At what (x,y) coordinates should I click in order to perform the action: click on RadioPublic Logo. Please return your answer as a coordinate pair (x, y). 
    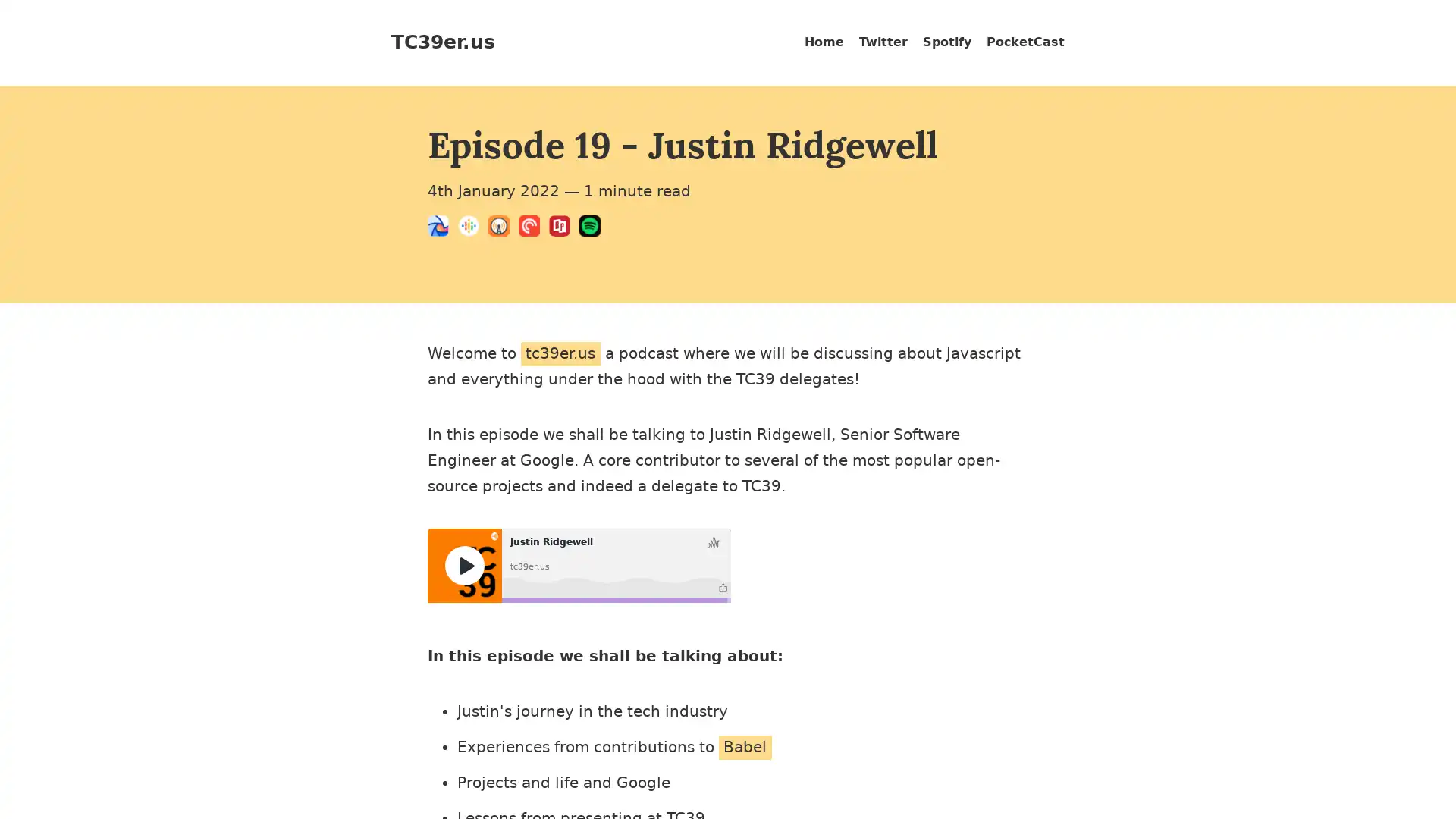
    Looking at the image, I should click on (563, 228).